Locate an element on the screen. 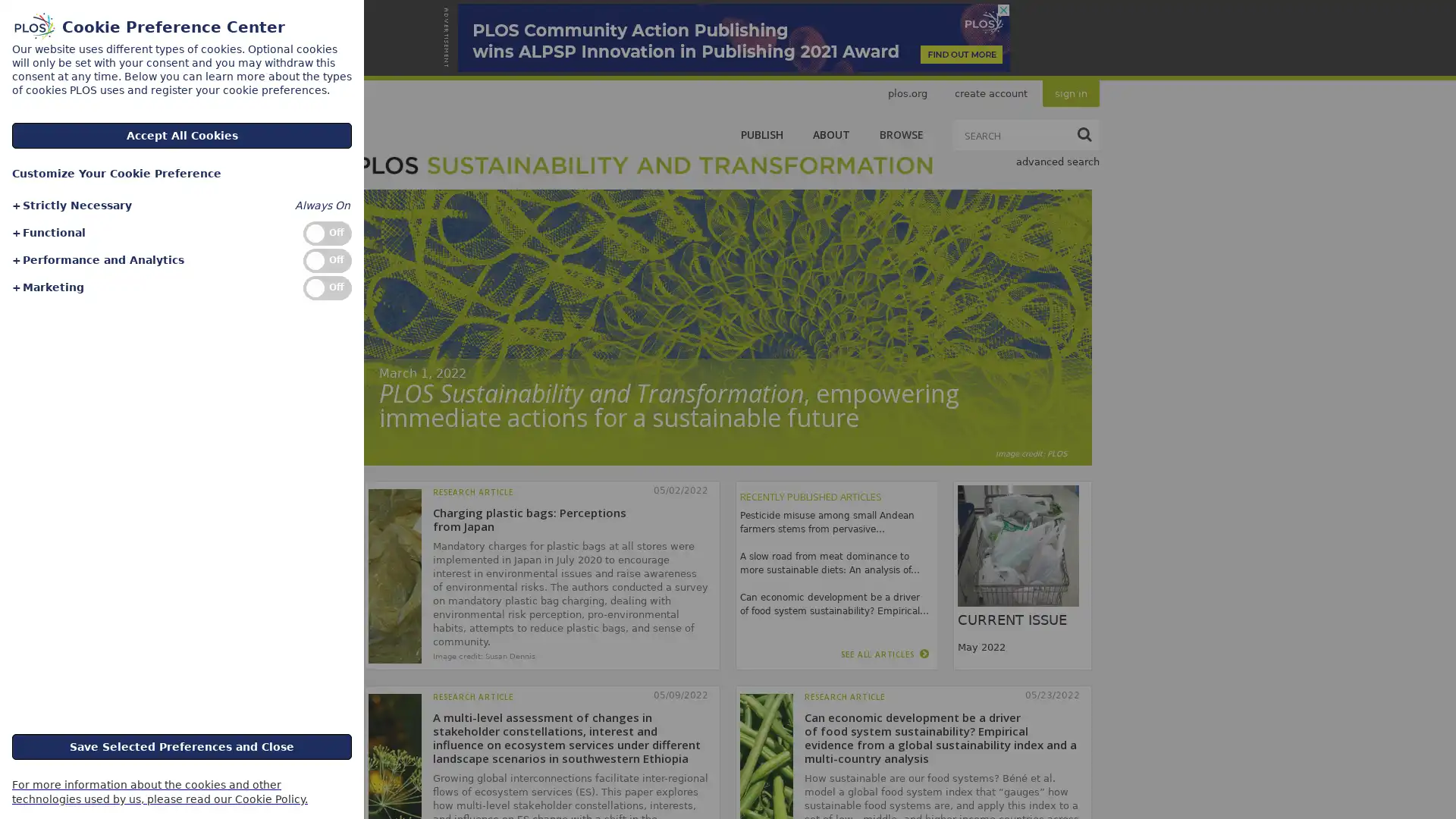 The height and width of the screenshot is (819, 1456). Accept All Cookies is located at coordinates (182, 134).